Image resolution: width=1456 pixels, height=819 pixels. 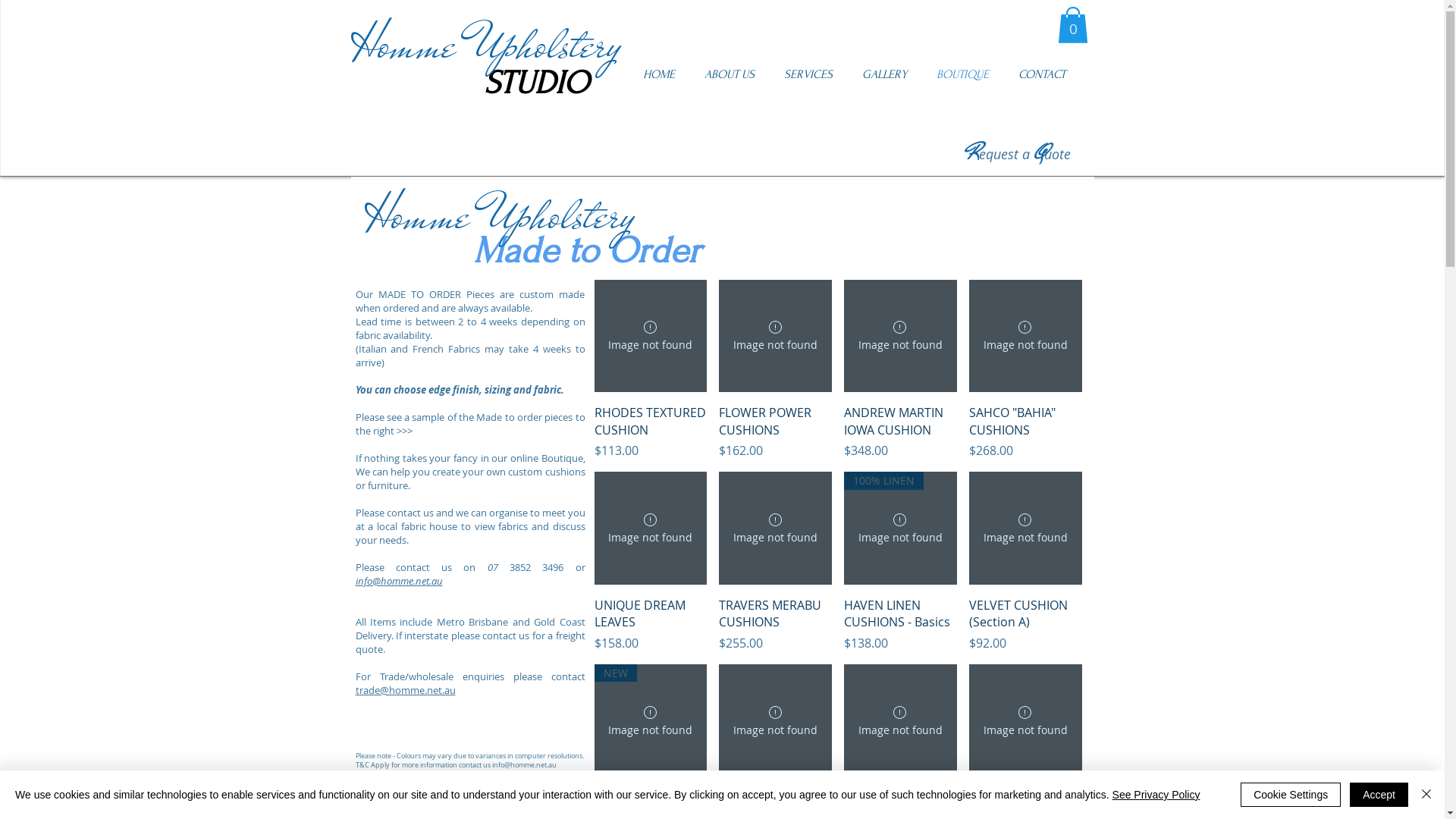 I want to click on 'See Privacy Policy', so click(x=1156, y=794).